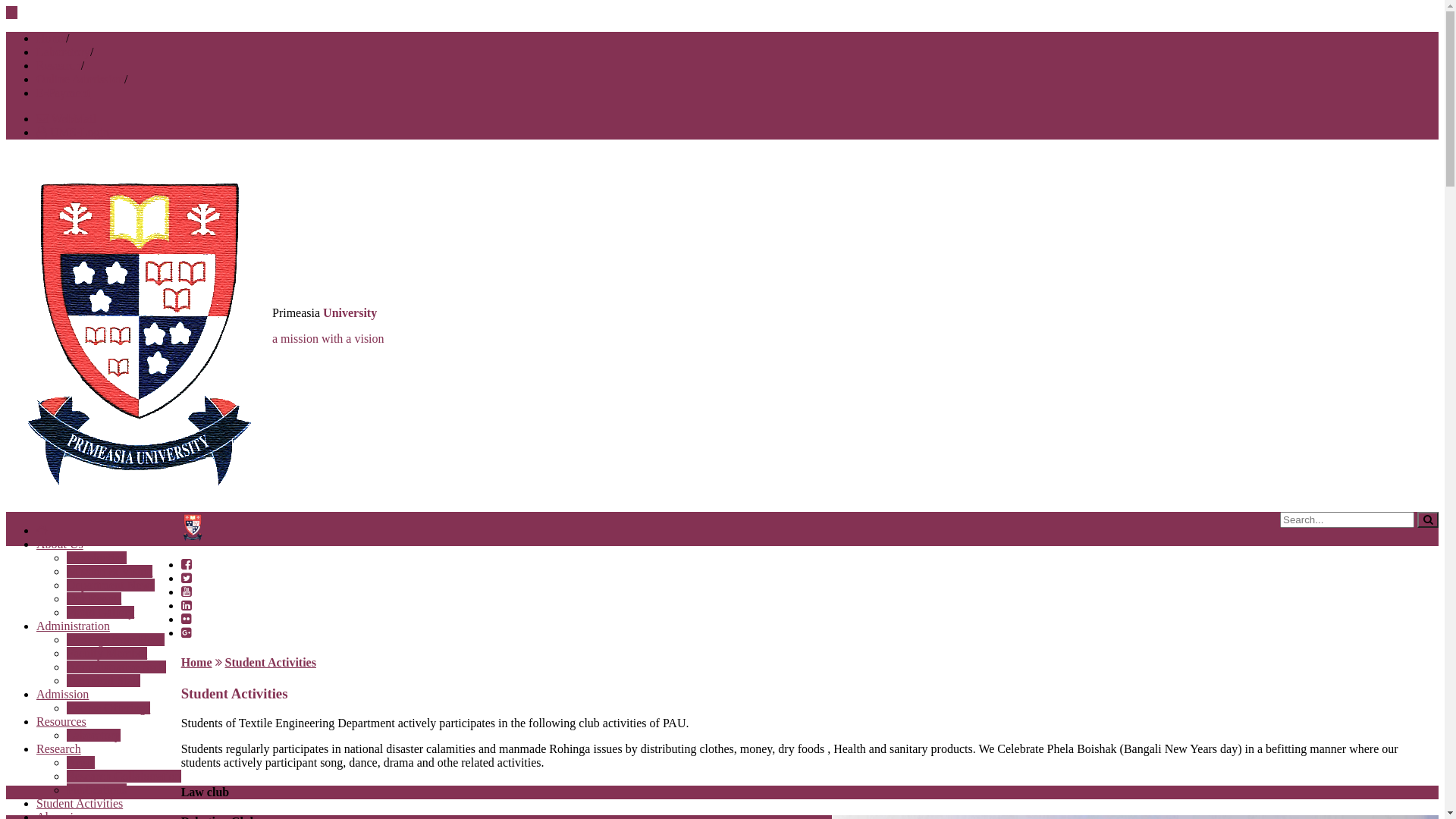  I want to click on 'Mission & Vision', so click(108, 571).